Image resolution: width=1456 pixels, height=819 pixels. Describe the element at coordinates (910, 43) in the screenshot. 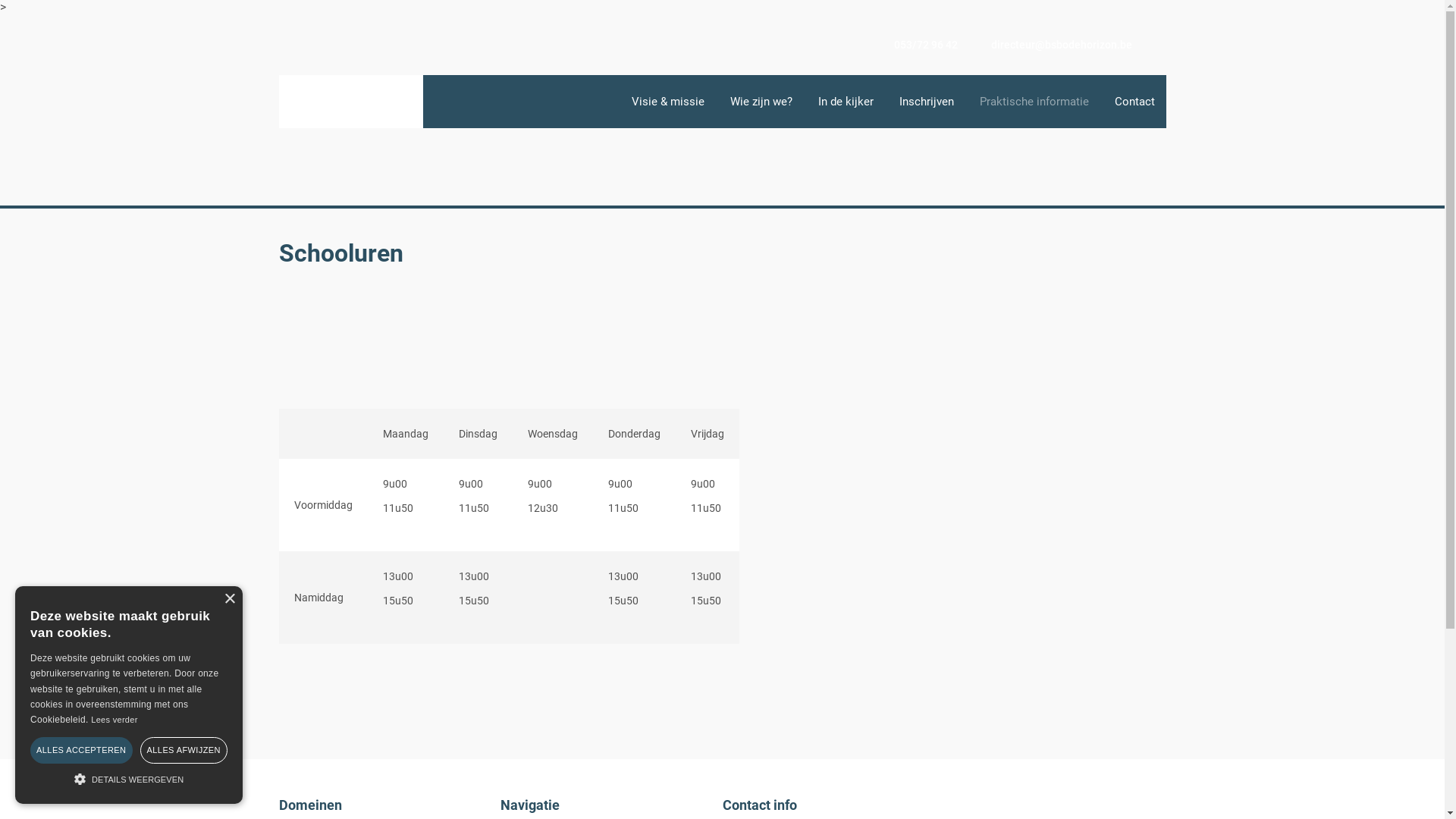

I see `'053/72 96 42'` at that location.